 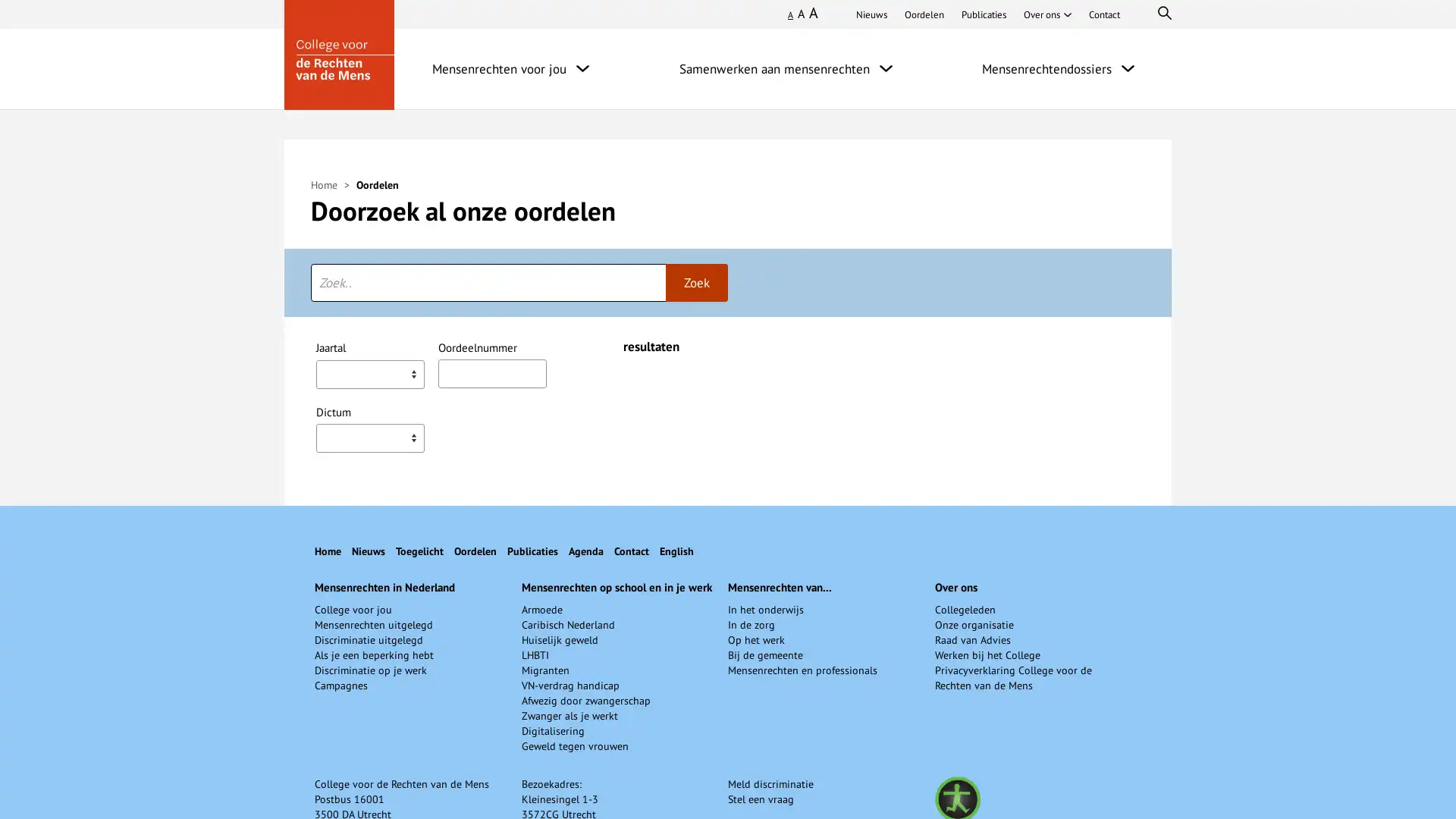 What do you see at coordinates (891, 778) in the screenshot?
I see `Levensovertuiging,` at bounding box center [891, 778].